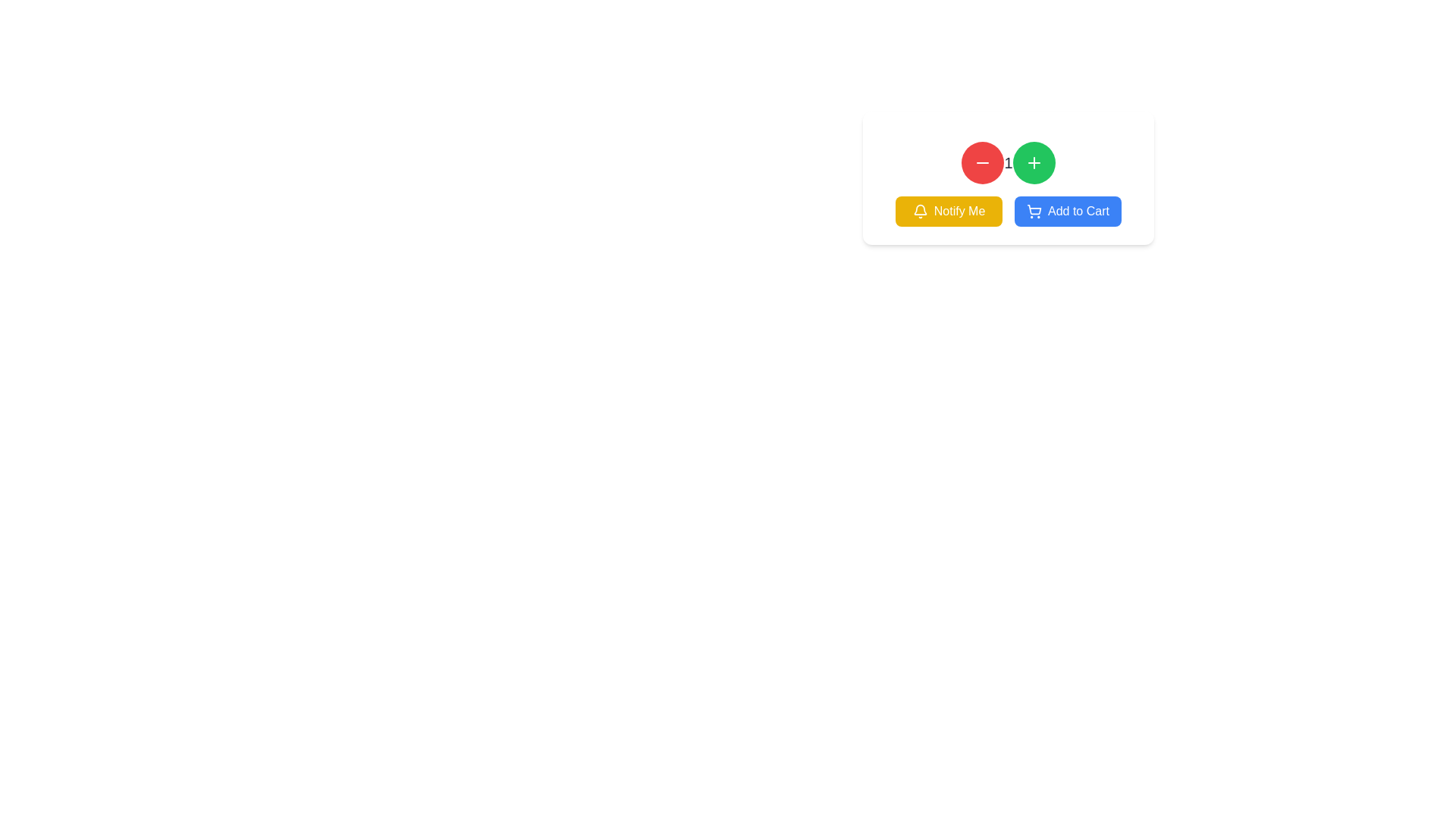 This screenshot has width=1456, height=819. Describe the element at coordinates (983, 163) in the screenshot. I see `the red circular button with a white horizontal line icon` at that location.